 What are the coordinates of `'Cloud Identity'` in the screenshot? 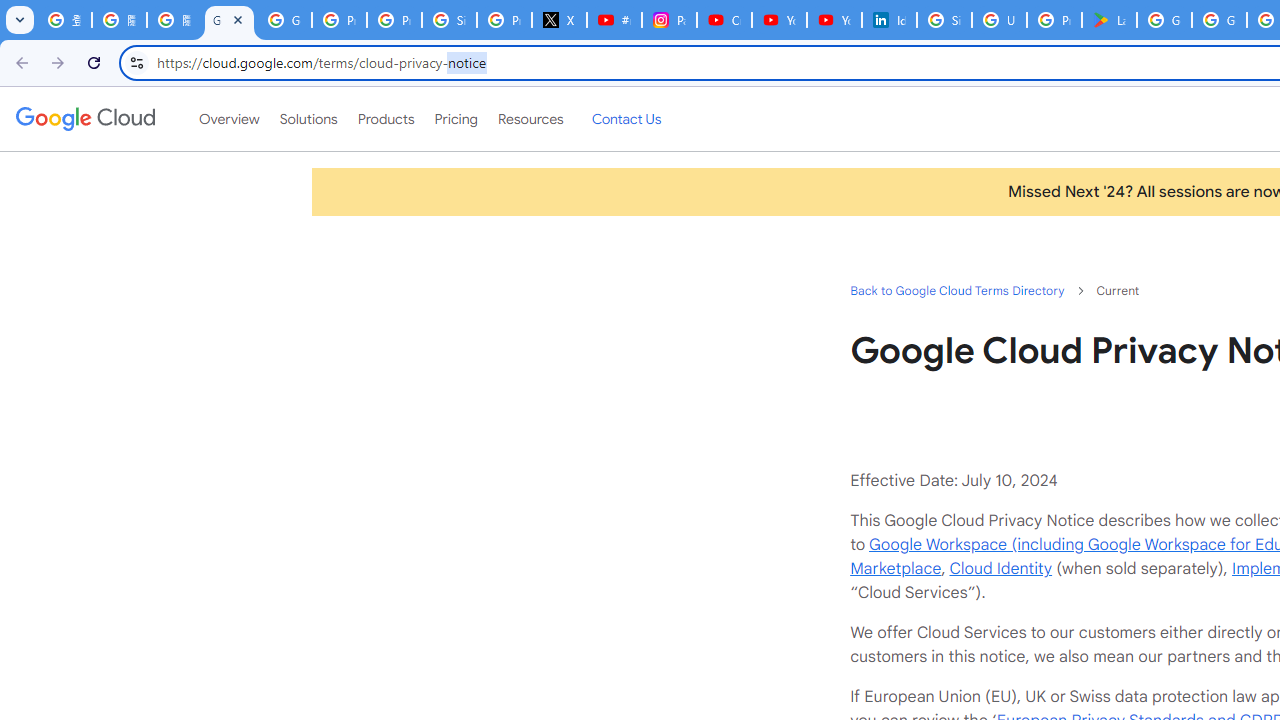 It's located at (1000, 568).